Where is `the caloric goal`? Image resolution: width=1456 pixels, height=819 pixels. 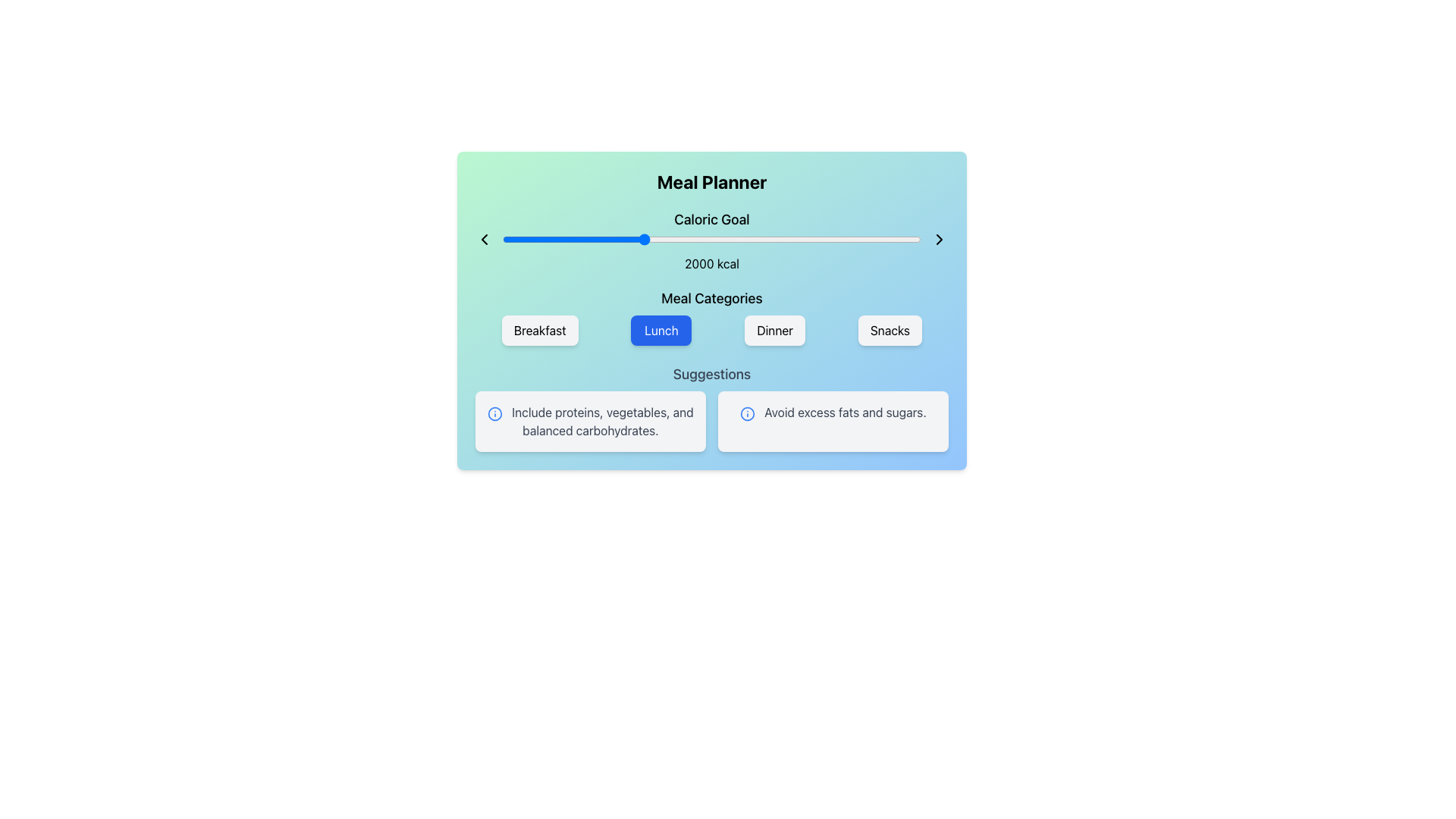
the caloric goal is located at coordinates (874, 239).